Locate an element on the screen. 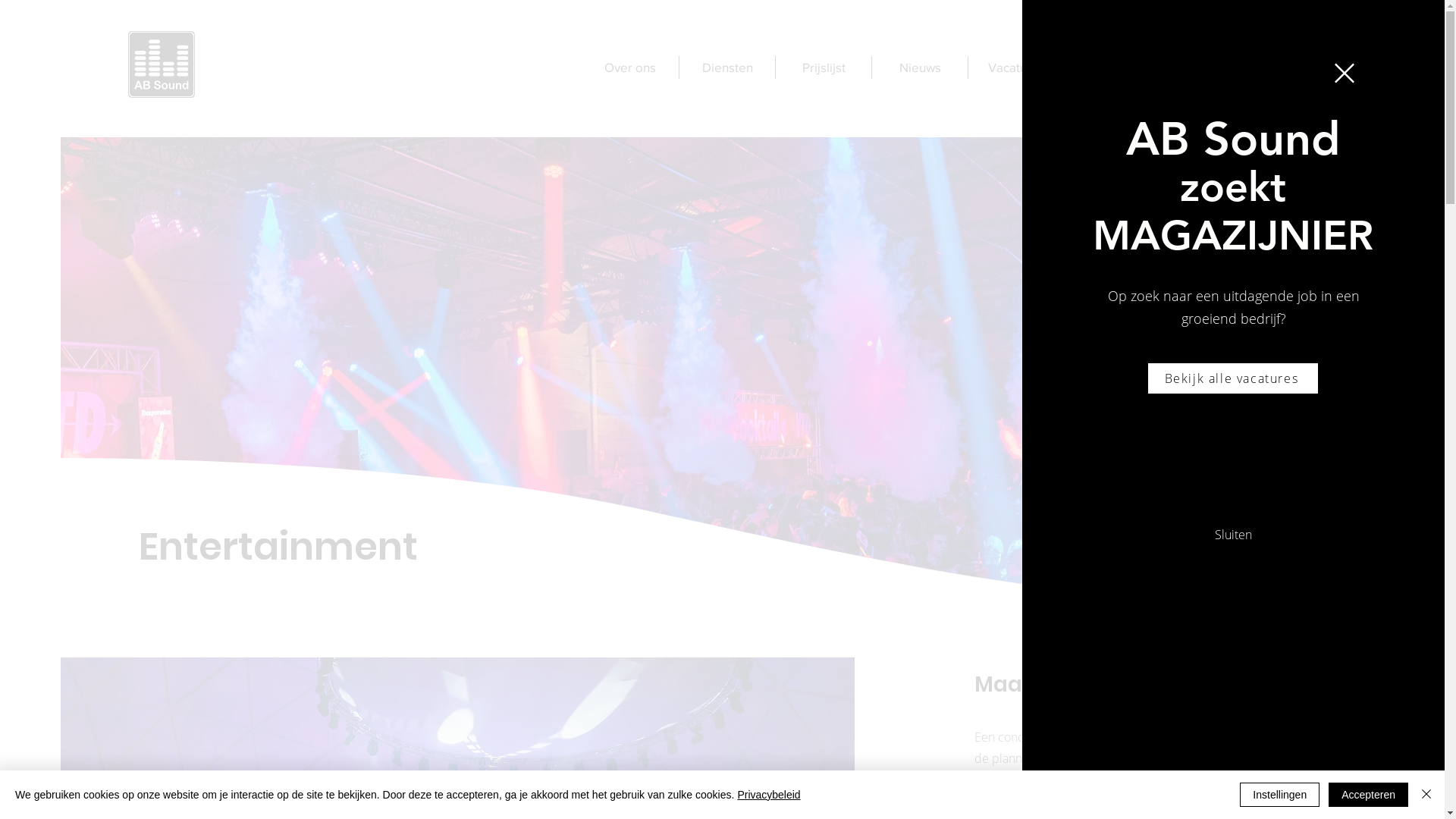 This screenshot has height=819, width=1456. 'Vacatures' is located at coordinates (1015, 66).